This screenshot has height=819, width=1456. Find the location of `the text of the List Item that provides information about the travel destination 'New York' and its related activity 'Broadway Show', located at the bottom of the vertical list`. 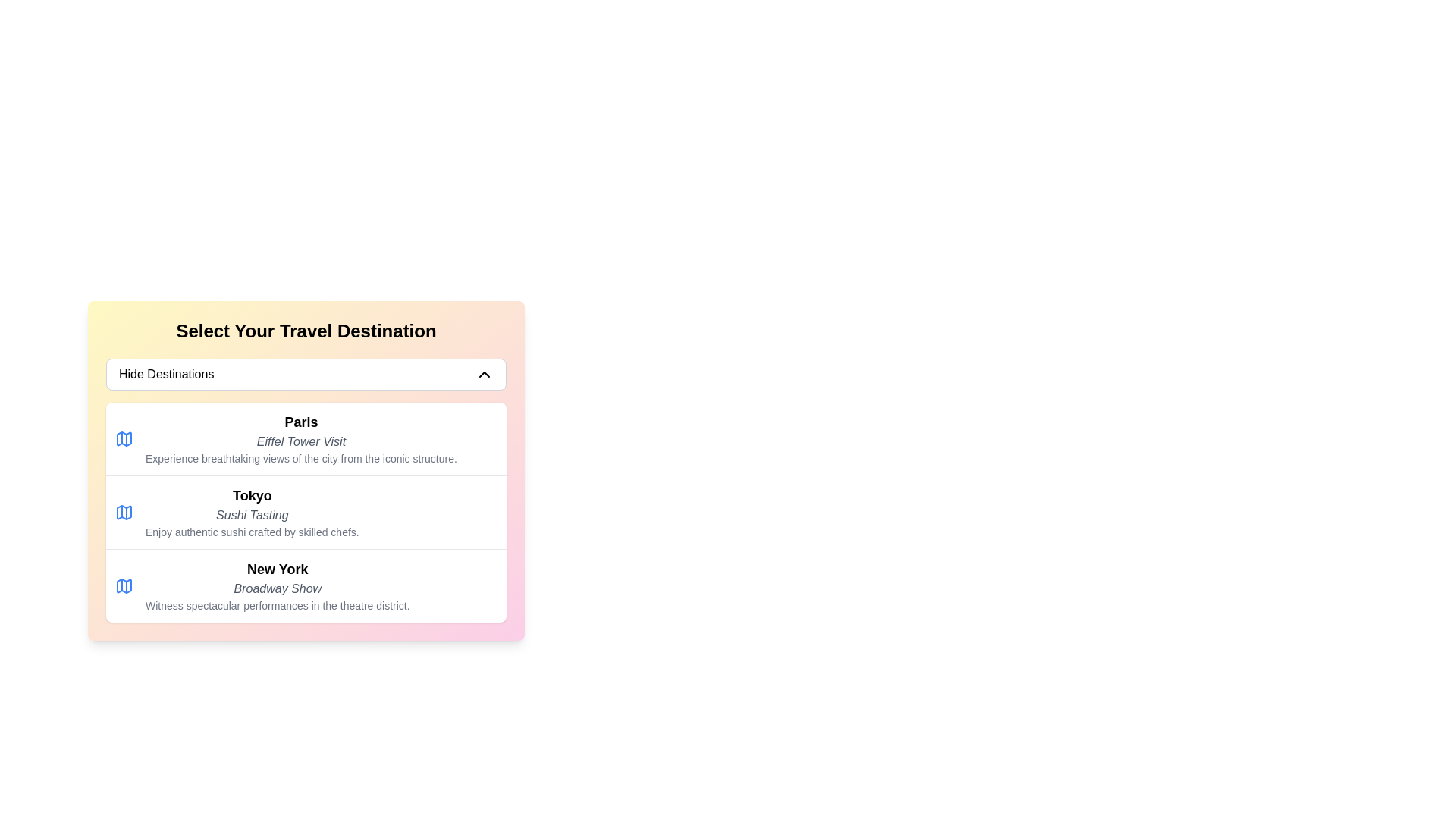

the text of the List Item that provides information about the travel destination 'New York' and its related activity 'Broadway Show', located at the bottom of the vertical list is located at coordinates (305, 584).